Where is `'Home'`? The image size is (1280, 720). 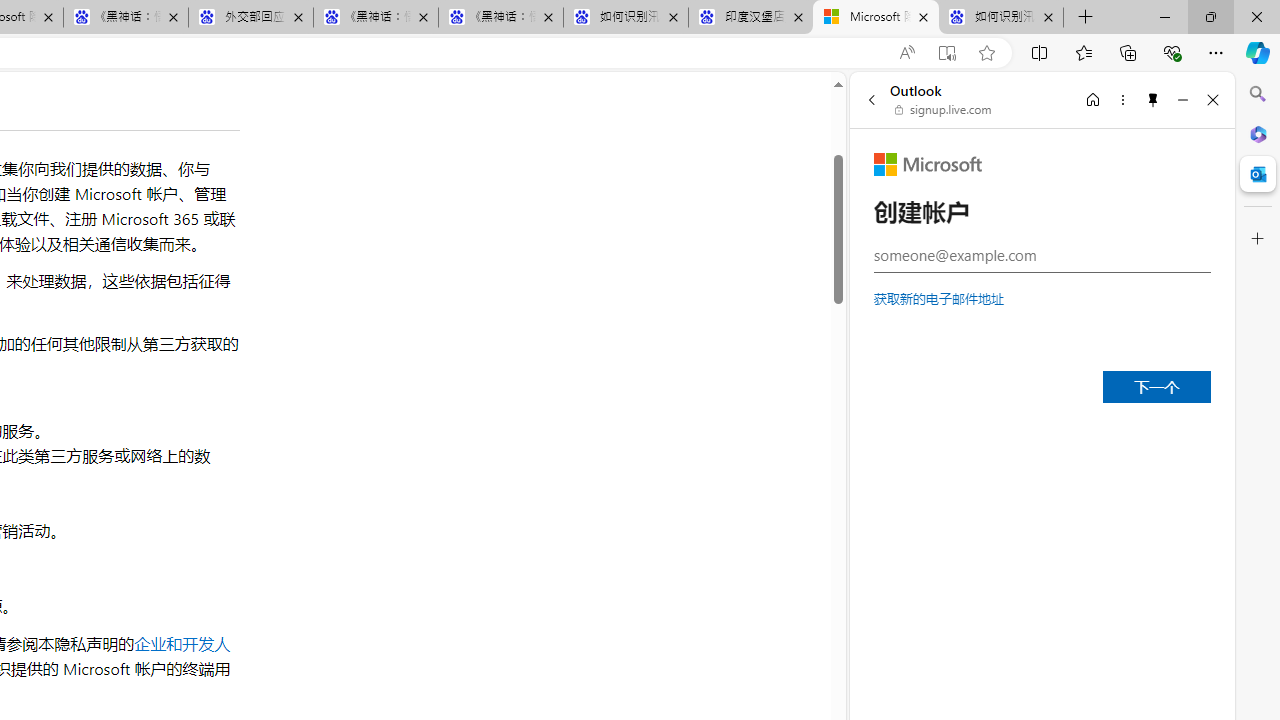 'Home' is located at coordinates (1092, 99).